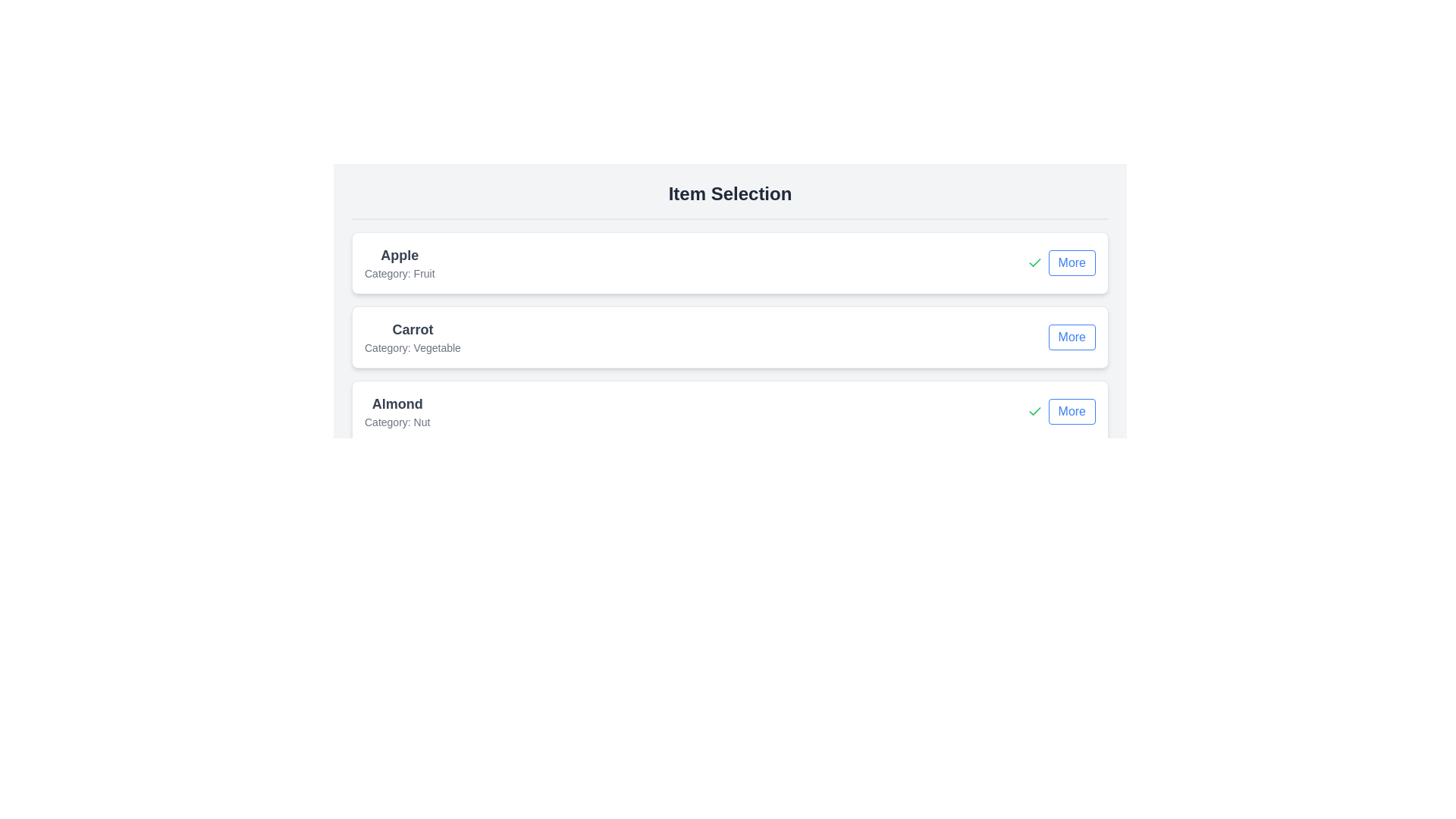 Image resolution: width=1456 pixels, height=819 pixels. What do you see at coordinates (1060, 262) in the screenshot?
I see `the button that facilitates navigation or accessing additional information about the top entry labeled 'Apple' in the list of items, positioned to the right of 'Category: Fruit'` at bounding box center [1060, 262].